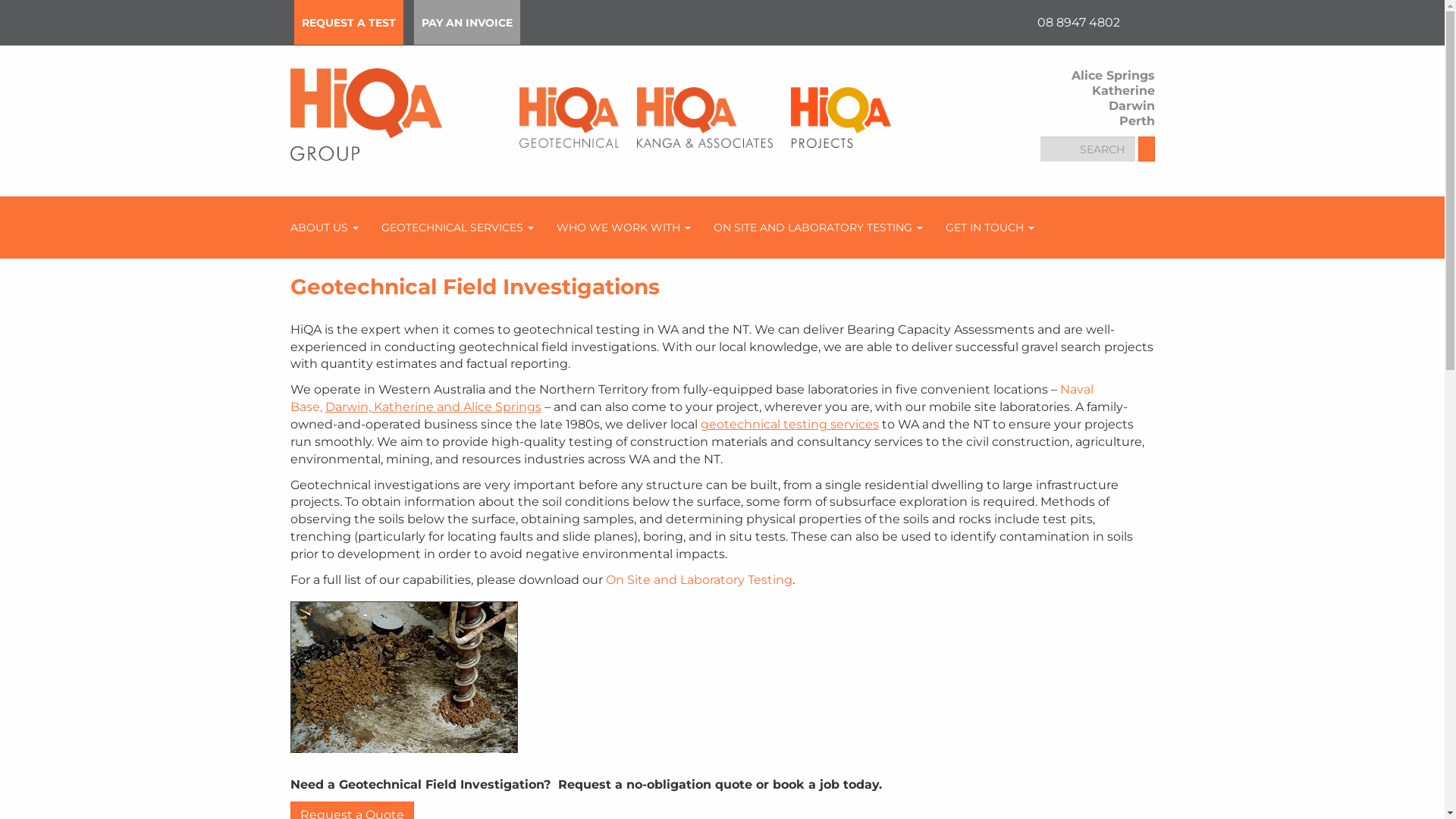 This screenshot has height=819, width=1456. Describe the element at coordinates (789, 424) in the screenshot. I see `'geotechnical testing services'` at that location.